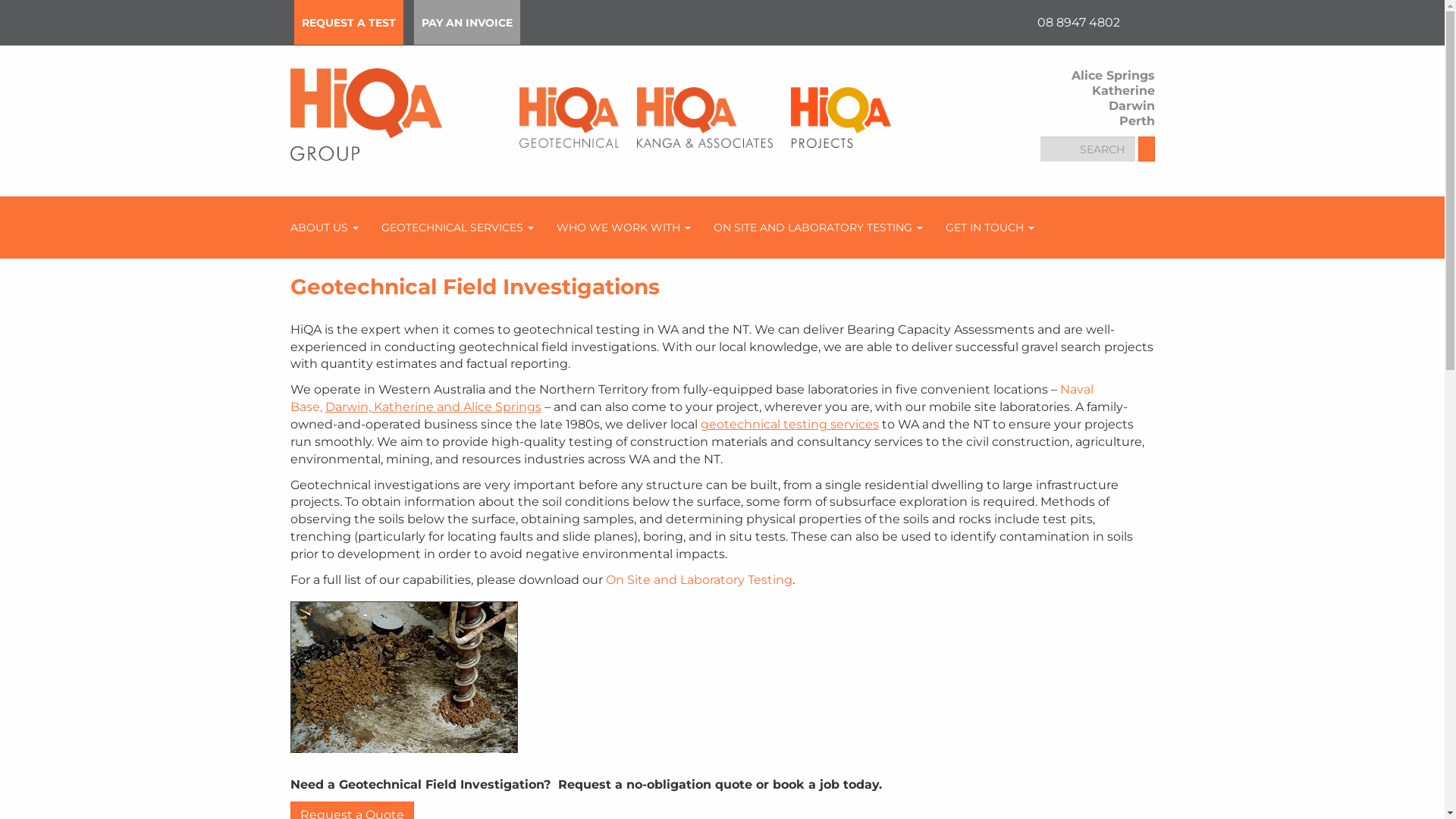 This screenshot has height=819, width=1456. Describe the element at coordinates (789, 424) in the screenshot. I see `'geotechnical testing services'` at that location.